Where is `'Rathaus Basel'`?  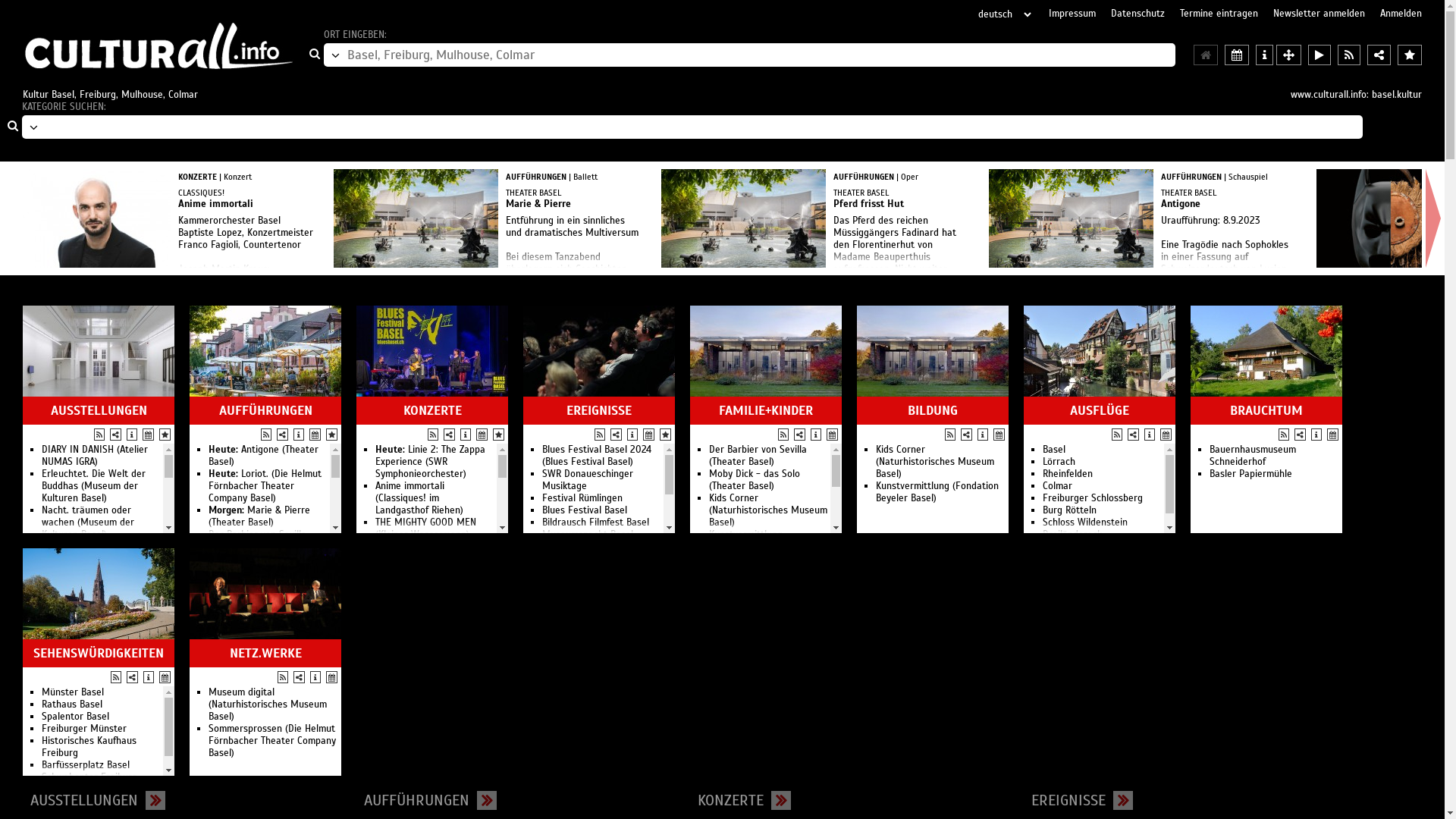 'Rathaus Basel' is located at coordinates (71, 704).